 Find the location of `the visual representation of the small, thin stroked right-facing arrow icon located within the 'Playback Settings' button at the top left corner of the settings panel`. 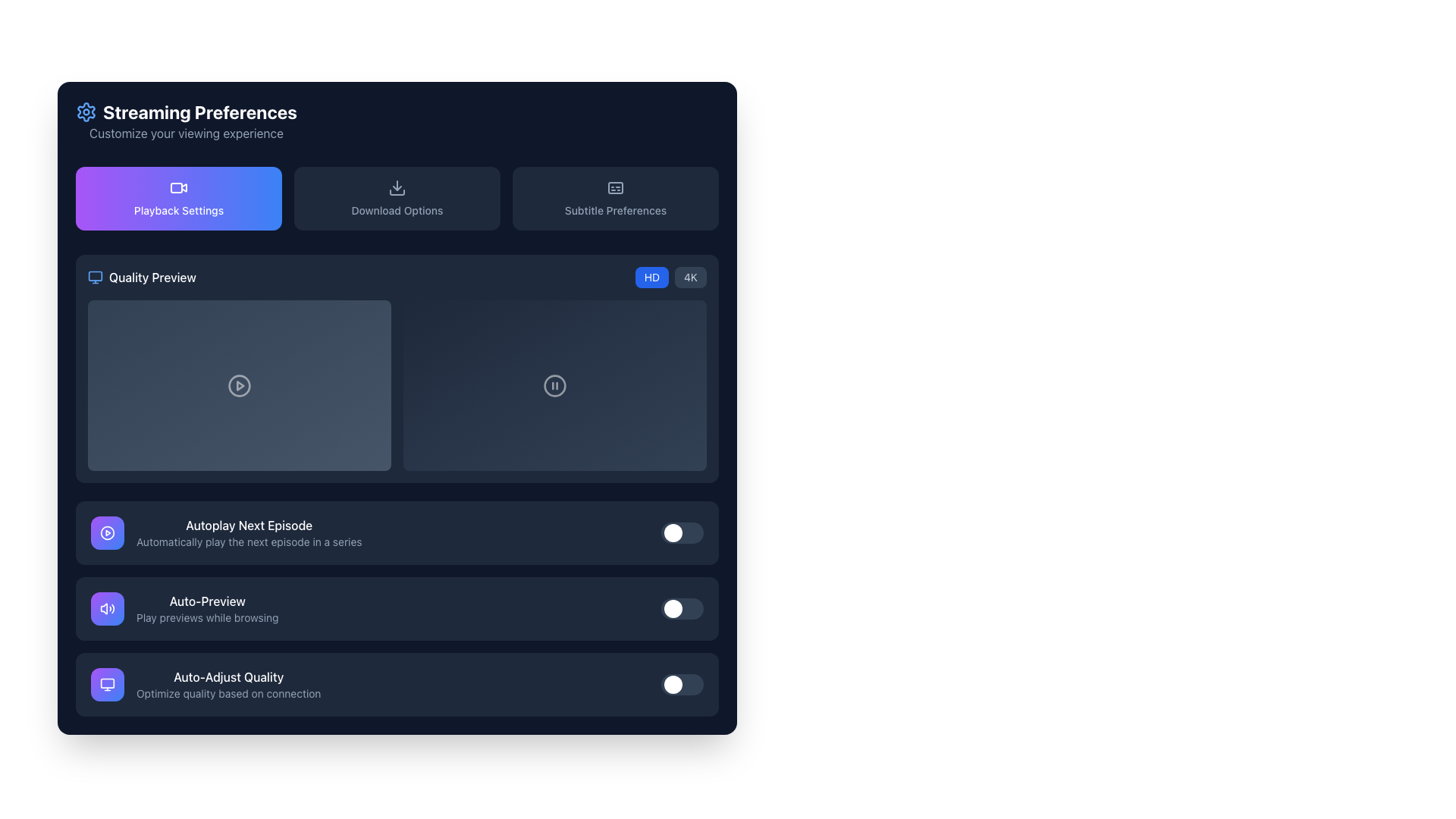

the visual representation of the small, thin stroked right-facing arrow icon located within the 'Playback Settings' button at the top left corner of the settings panel is located at coordinates (184, 186).